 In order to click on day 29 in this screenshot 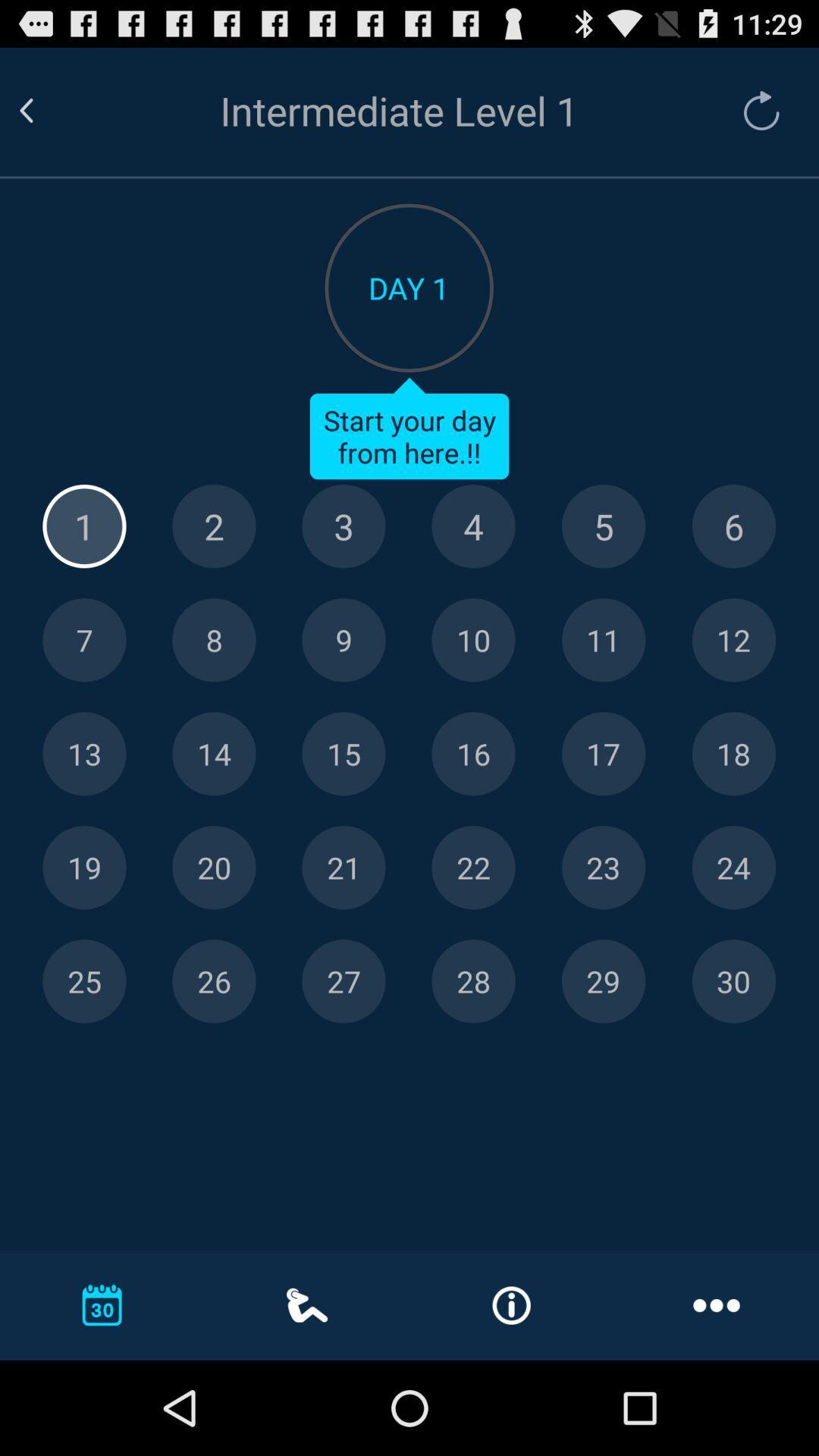, I will do `click(603, 981)`.